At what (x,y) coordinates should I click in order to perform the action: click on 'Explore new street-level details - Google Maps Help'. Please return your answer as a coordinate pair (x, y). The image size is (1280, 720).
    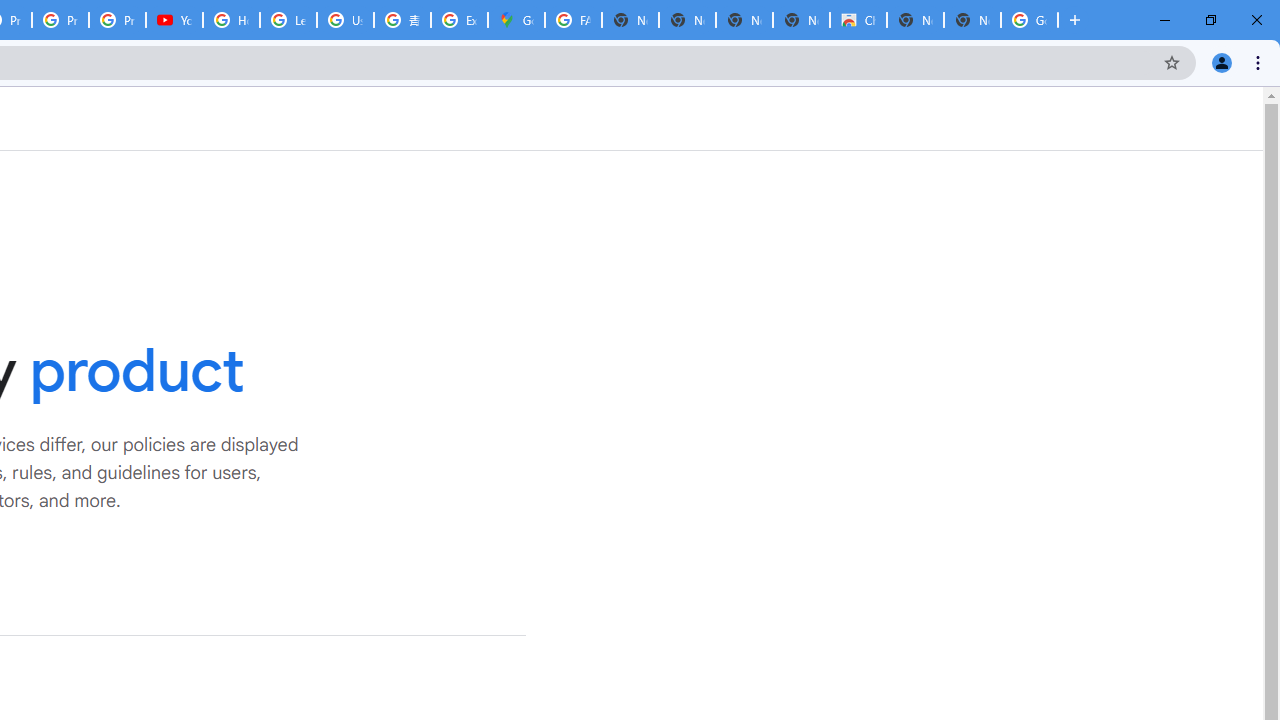
    Looking at the image, I should click on (458, 20).